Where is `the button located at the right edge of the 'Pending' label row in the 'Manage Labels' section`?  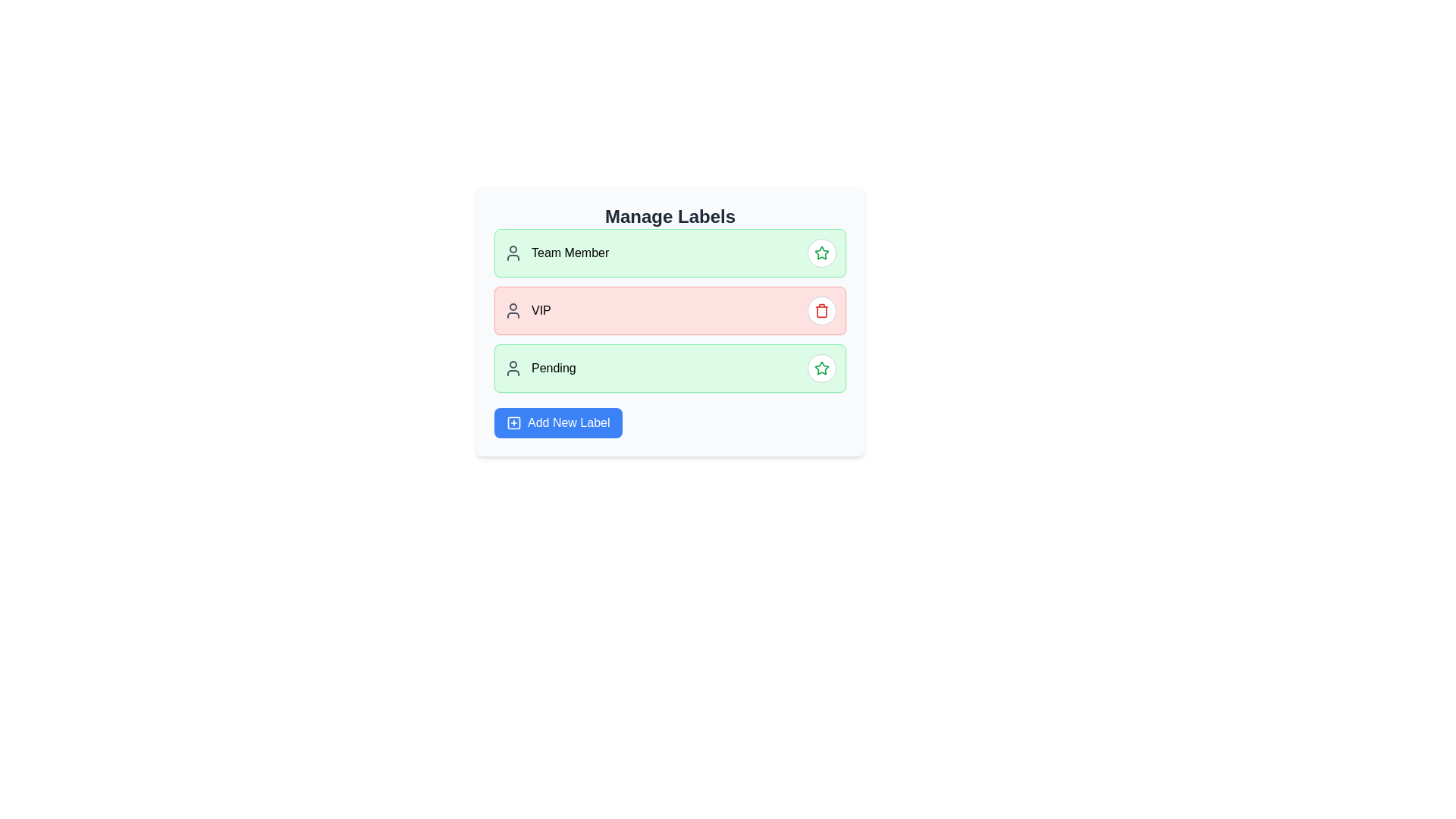
the button located at the right edge of the 'Pending' label row in the 'Manage Labels' section is located at coordinates (821, 369).